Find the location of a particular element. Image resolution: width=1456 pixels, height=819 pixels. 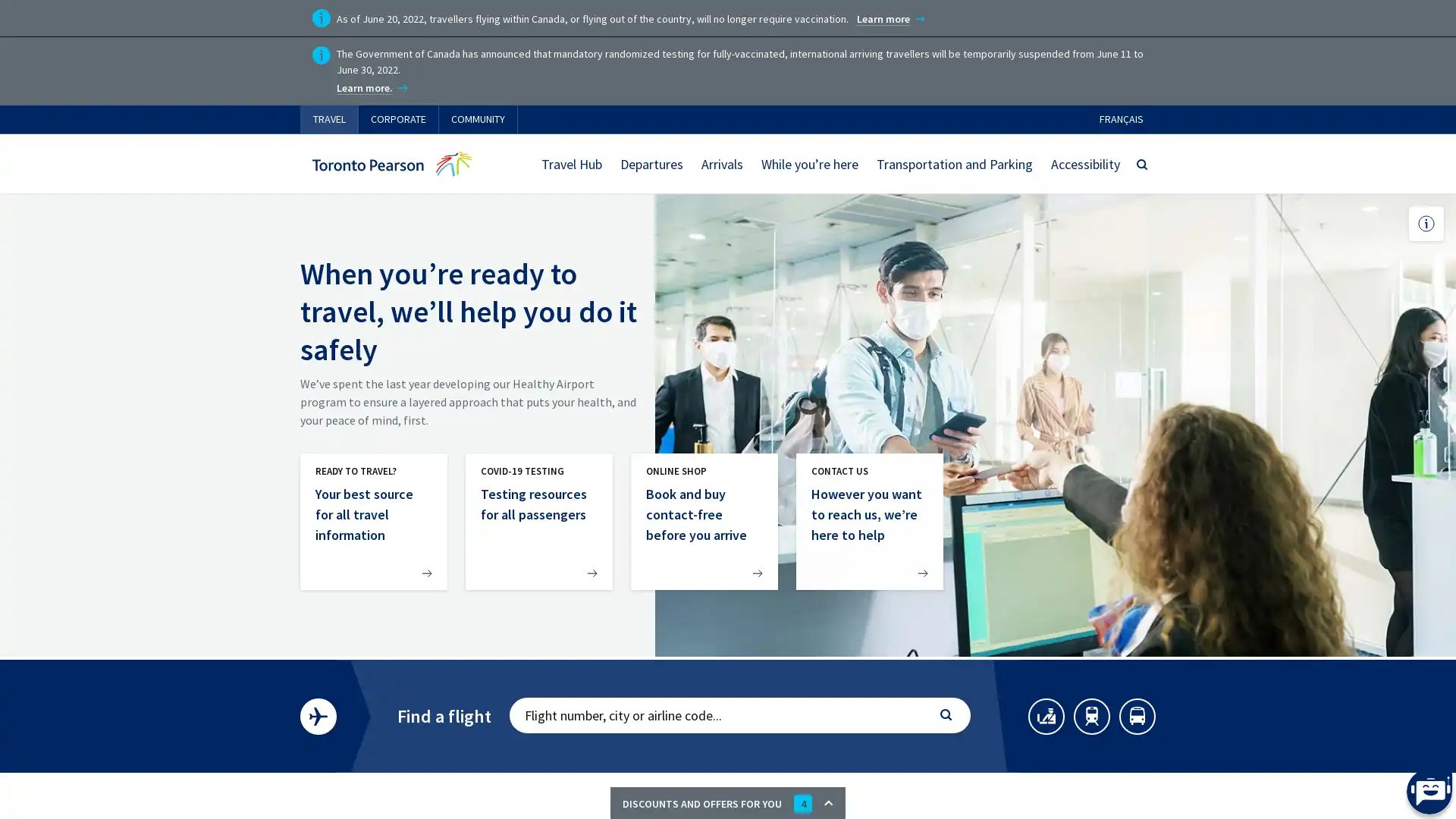

FLIGHTSEARCH is located at coordinates (318, 716).